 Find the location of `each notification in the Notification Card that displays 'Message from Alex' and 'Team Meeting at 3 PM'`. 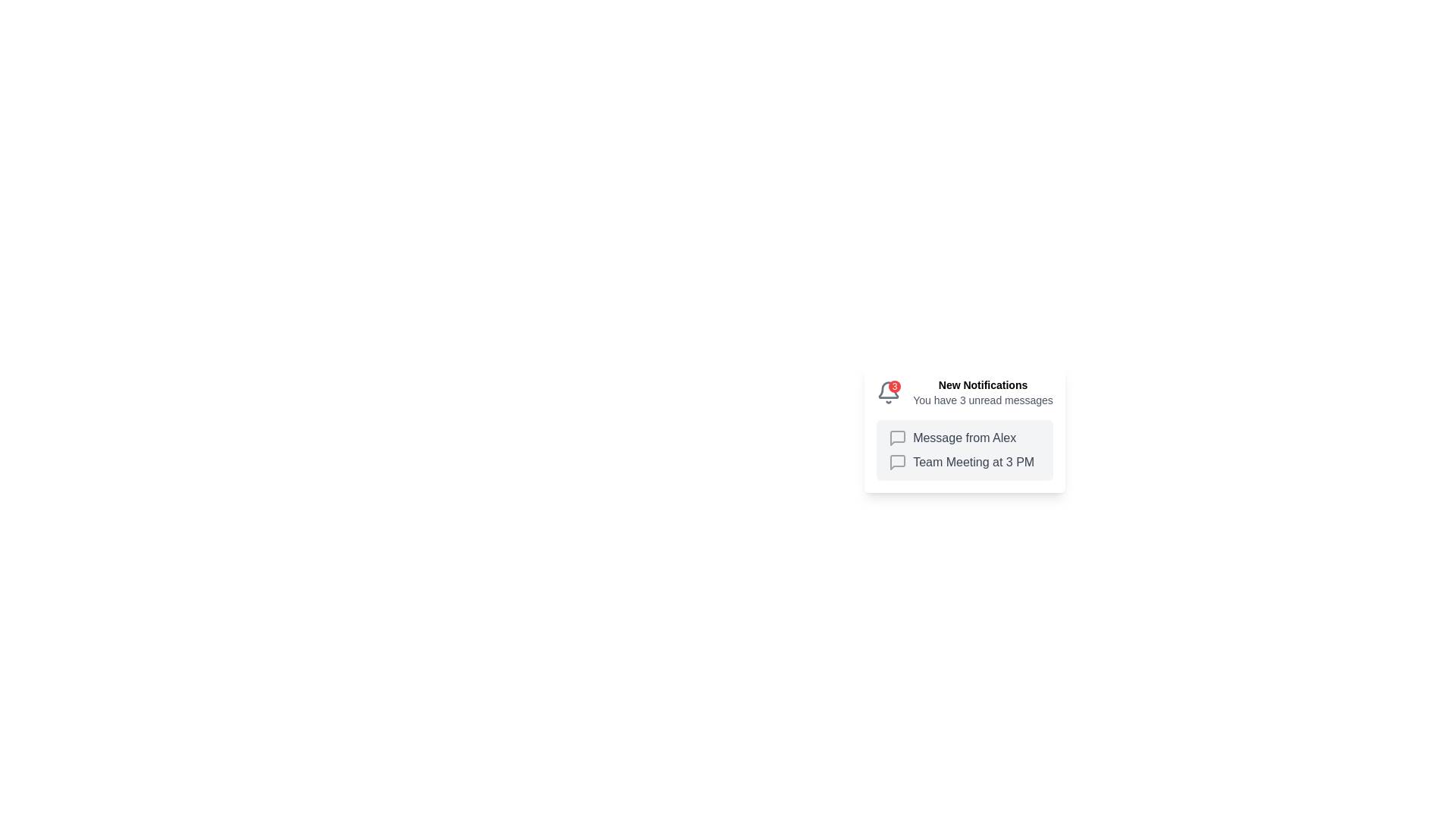

each notification in the Notification Card that displays 'Message from Alex' and 'Team Meeting at 3 PM' is located at coordinates (964, 429).